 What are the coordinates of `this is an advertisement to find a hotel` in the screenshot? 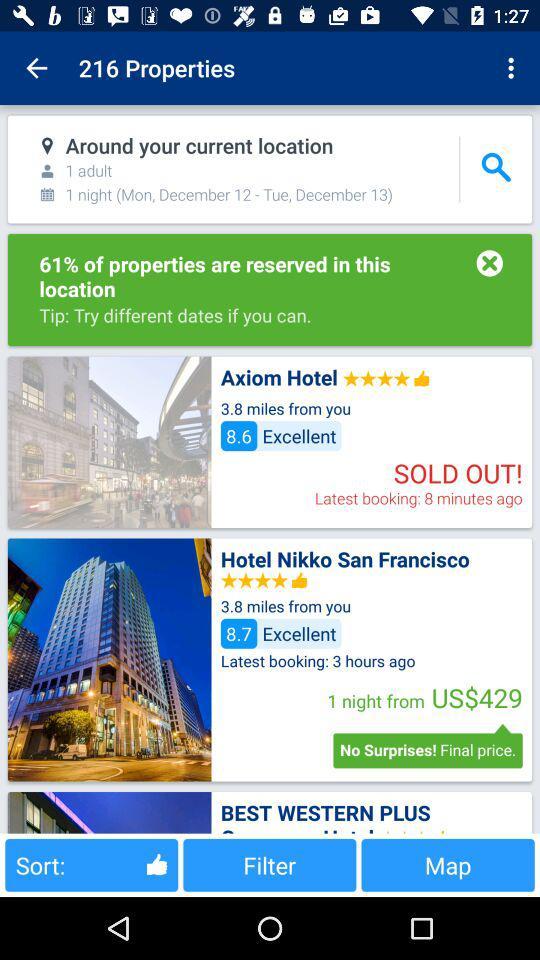 It's located at (109, 659).